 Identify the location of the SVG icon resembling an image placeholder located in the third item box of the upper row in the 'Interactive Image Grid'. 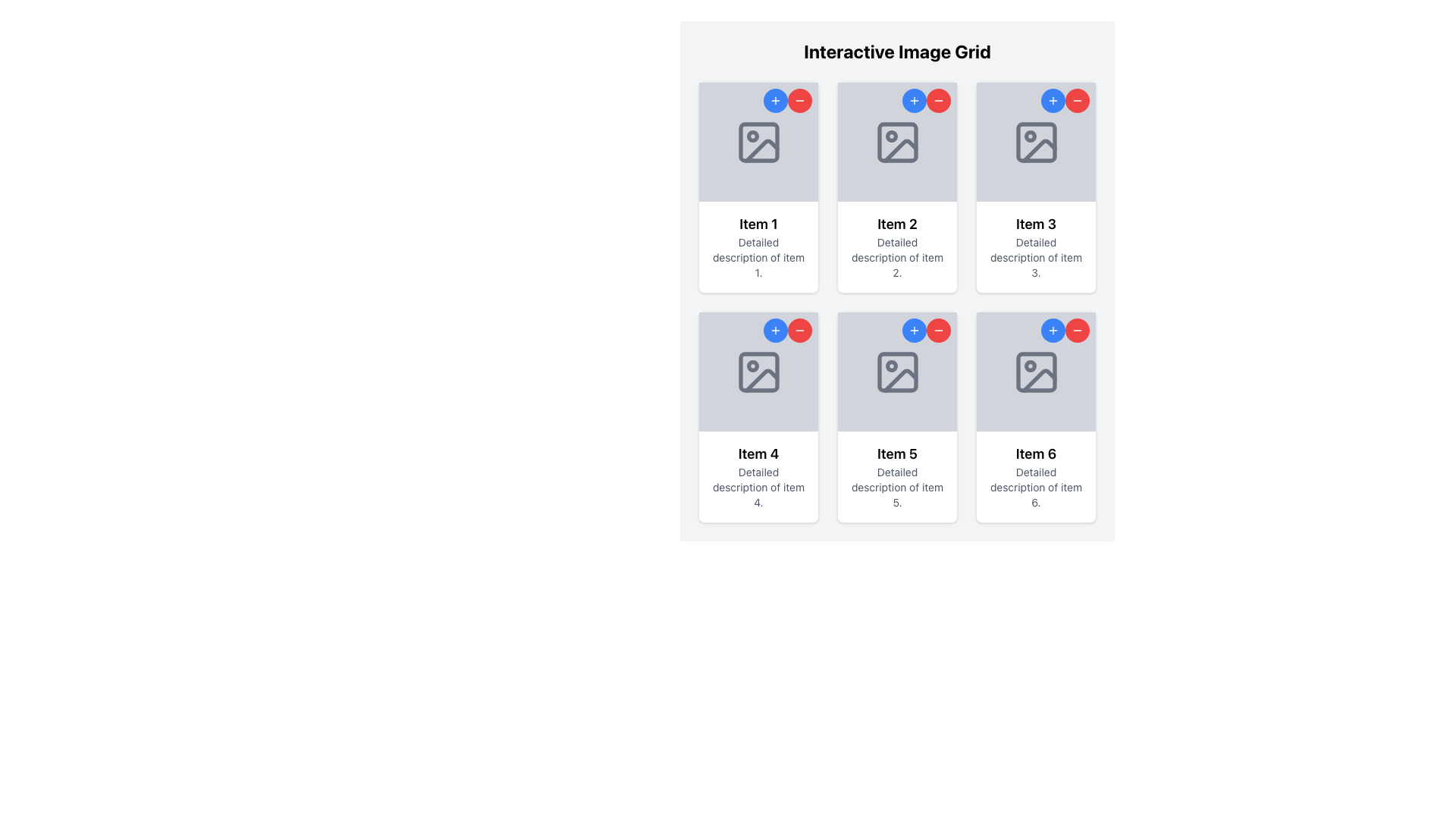
(1035, 142).